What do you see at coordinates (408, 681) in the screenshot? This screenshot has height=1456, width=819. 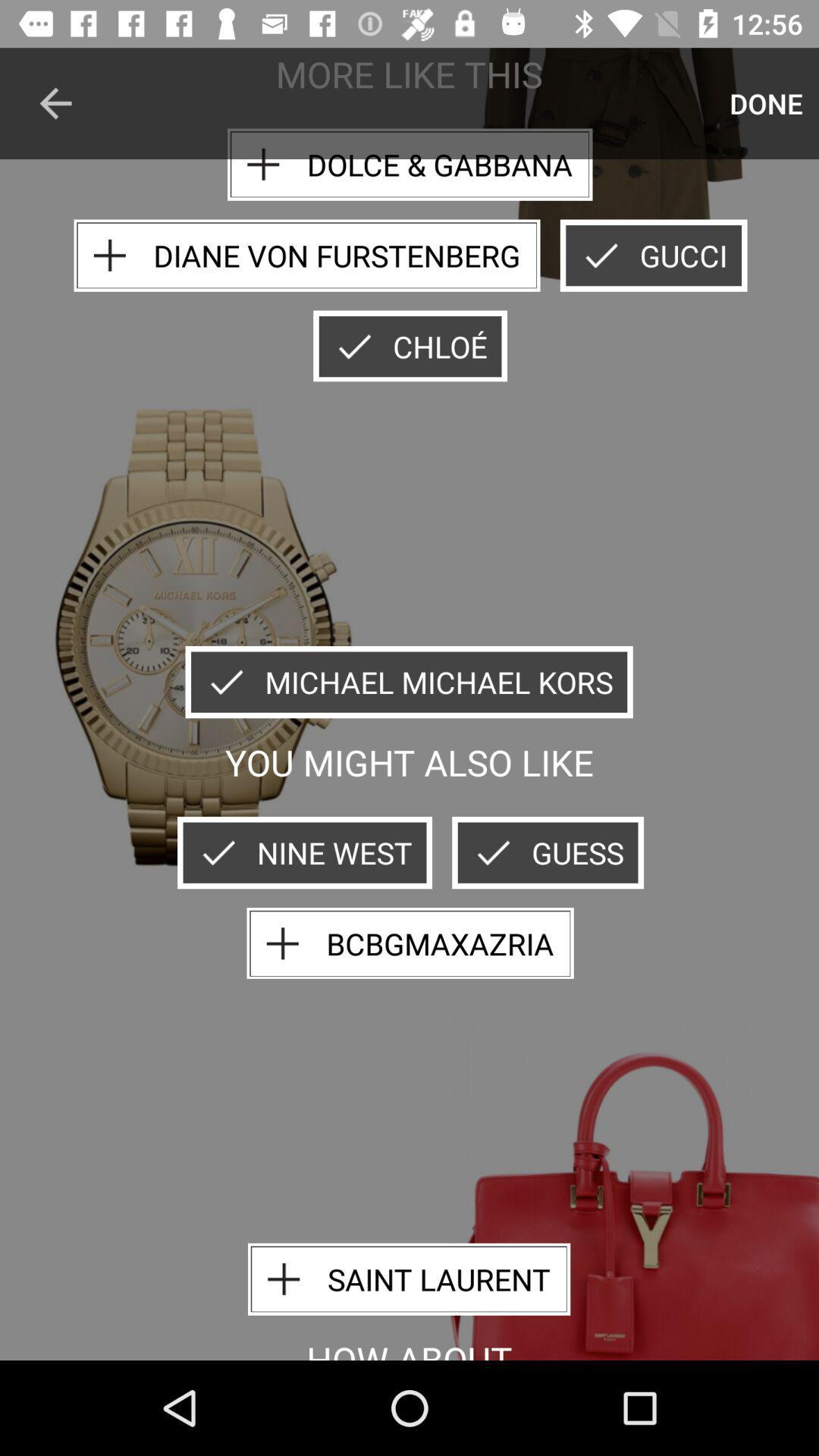 I see `the michael michael kors` at bounding box center [408, 681].